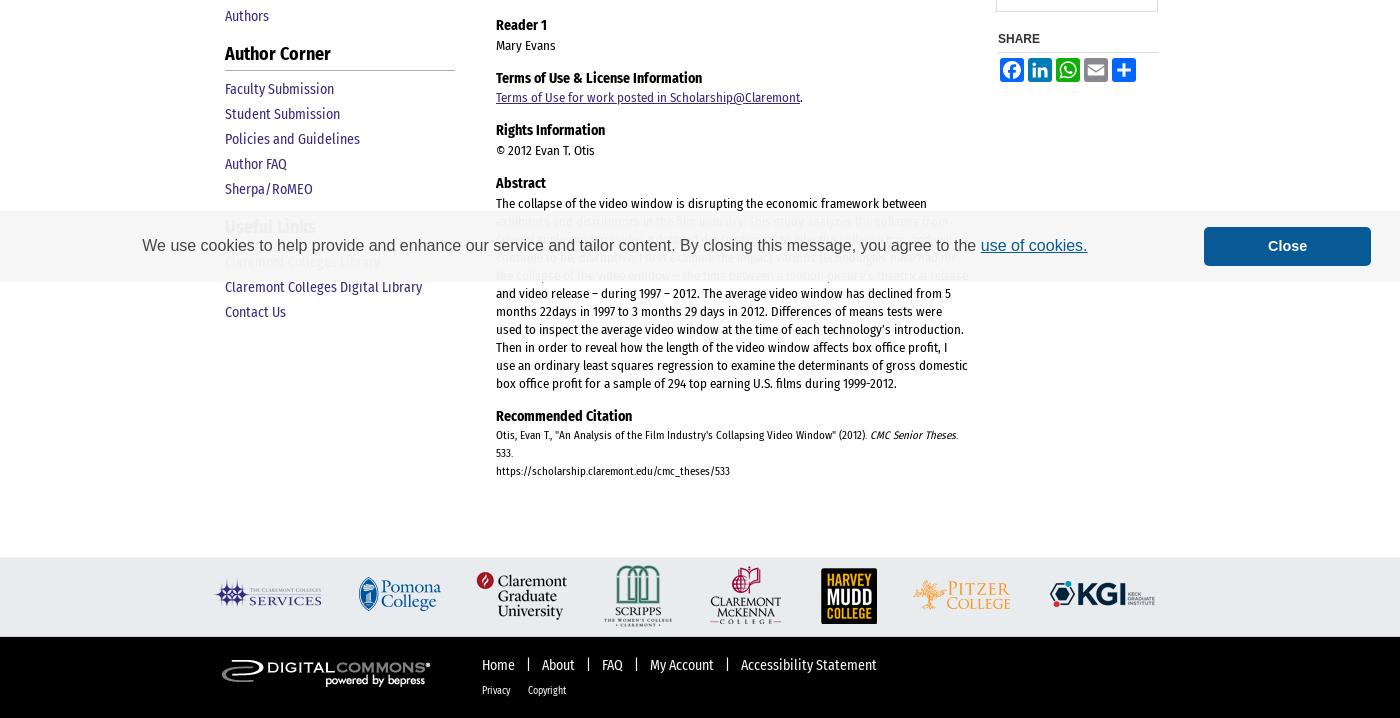 Image resolution: width=1400 pixels, height=718 pixels. Describe the element at coordinates (1287, 245) in the screenshot. I see `'Close'` at that location.